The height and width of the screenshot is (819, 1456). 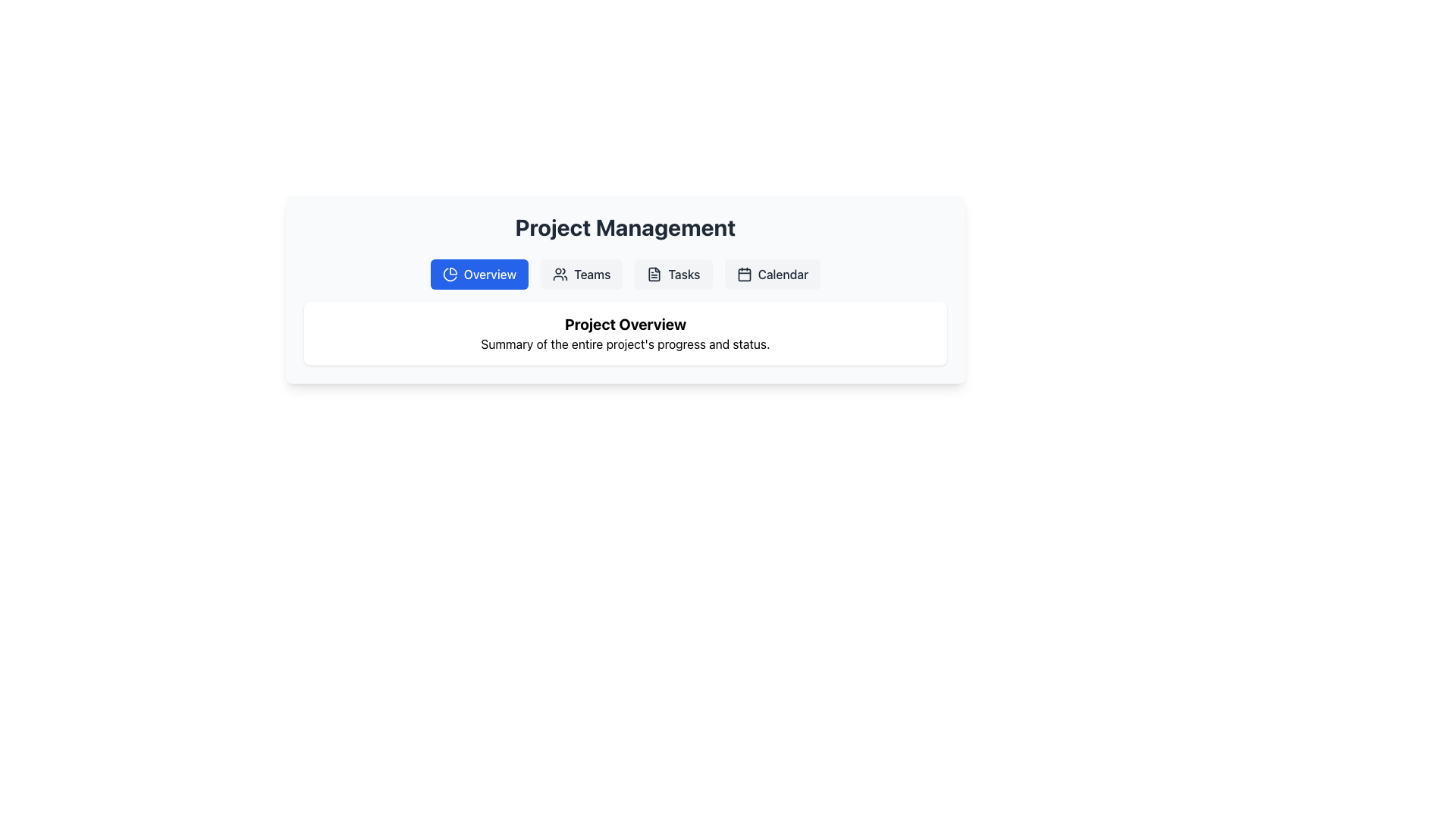 I want to click on the main panel of the calendar icon located within the 'Calendar' button in the navigation bar, so click(x=744, y=275).